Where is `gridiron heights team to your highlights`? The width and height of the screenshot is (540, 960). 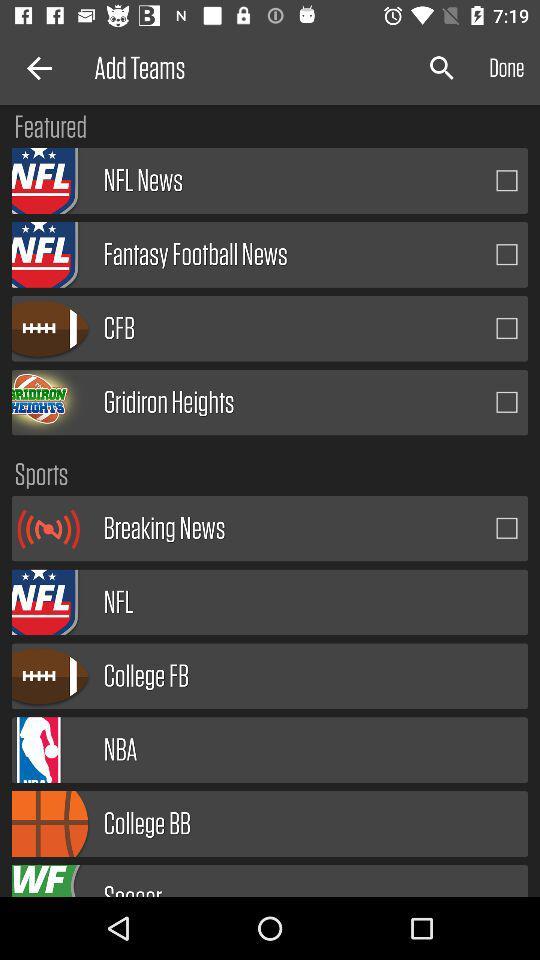
gridiron heights team to your highlights is located at coordinates (507, 401).